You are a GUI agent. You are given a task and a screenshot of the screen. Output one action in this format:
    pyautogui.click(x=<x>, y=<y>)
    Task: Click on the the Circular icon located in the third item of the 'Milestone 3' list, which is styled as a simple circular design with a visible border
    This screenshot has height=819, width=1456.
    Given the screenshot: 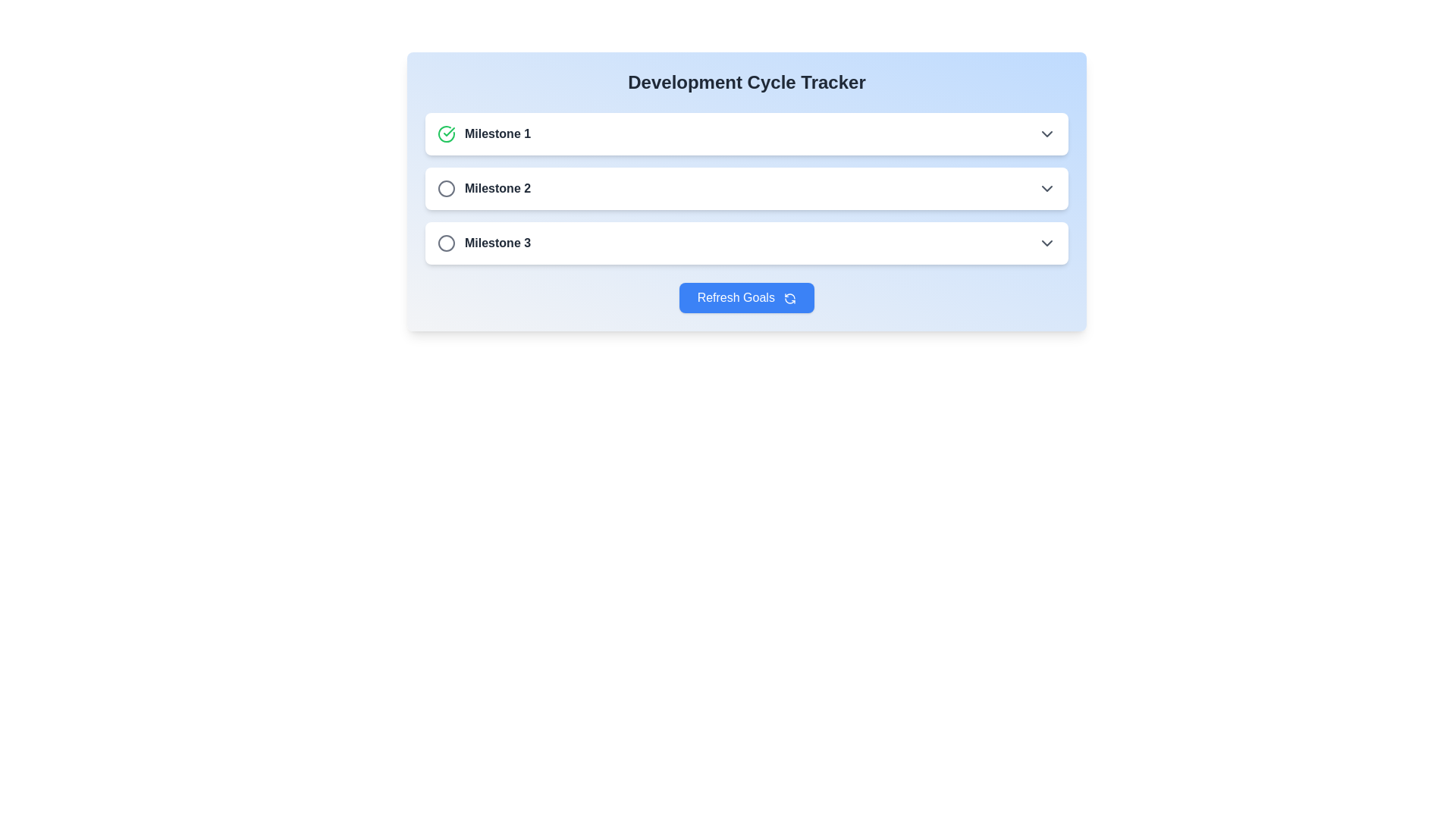 What is the action you would take?
    pyautogui.click(x=446, y=242)
    